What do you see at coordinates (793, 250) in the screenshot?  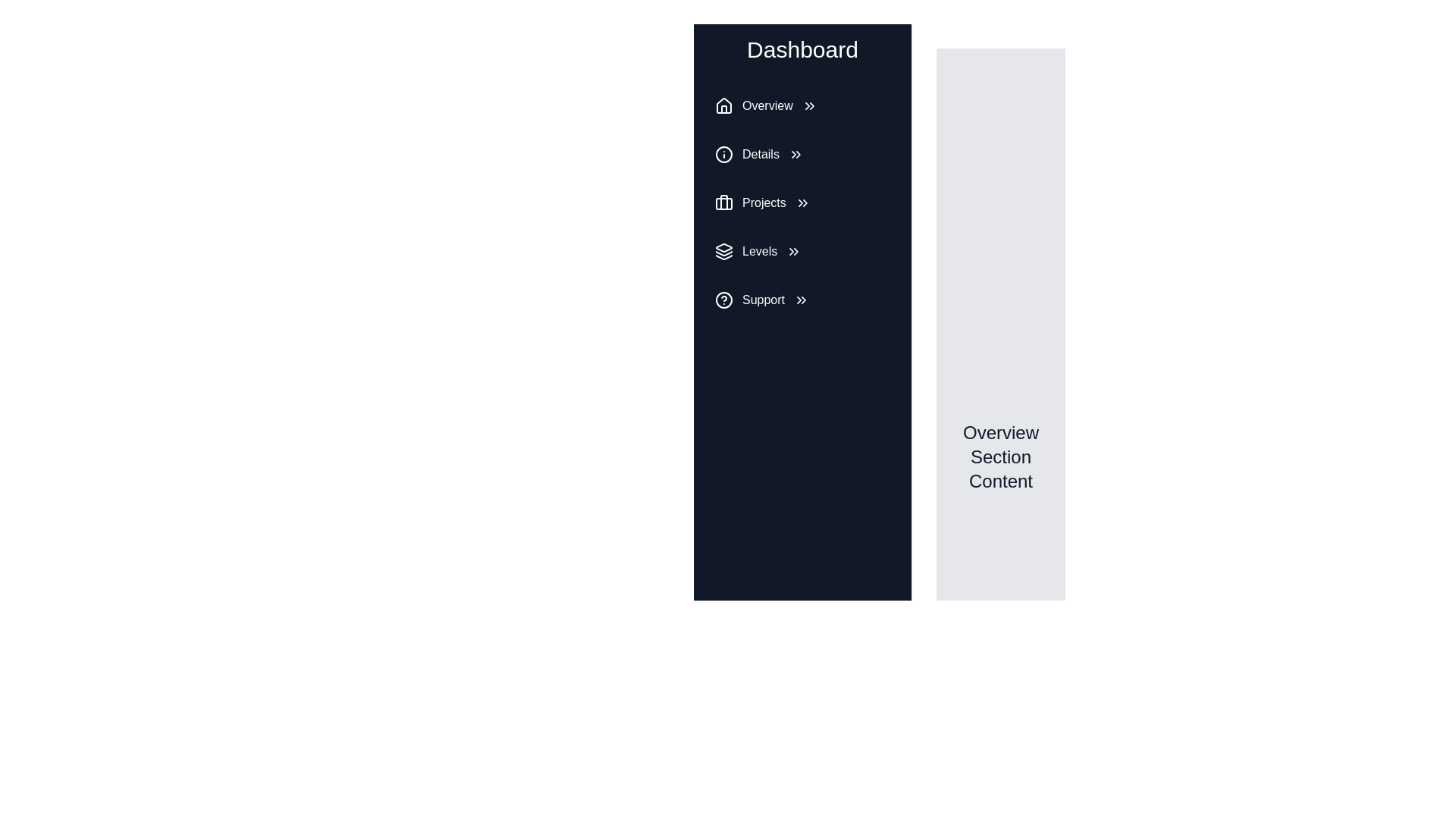 I see `assistive interaction methods on the navigation indicator icon, which is a double-chevron icon located` at bounding box center [793, 250].